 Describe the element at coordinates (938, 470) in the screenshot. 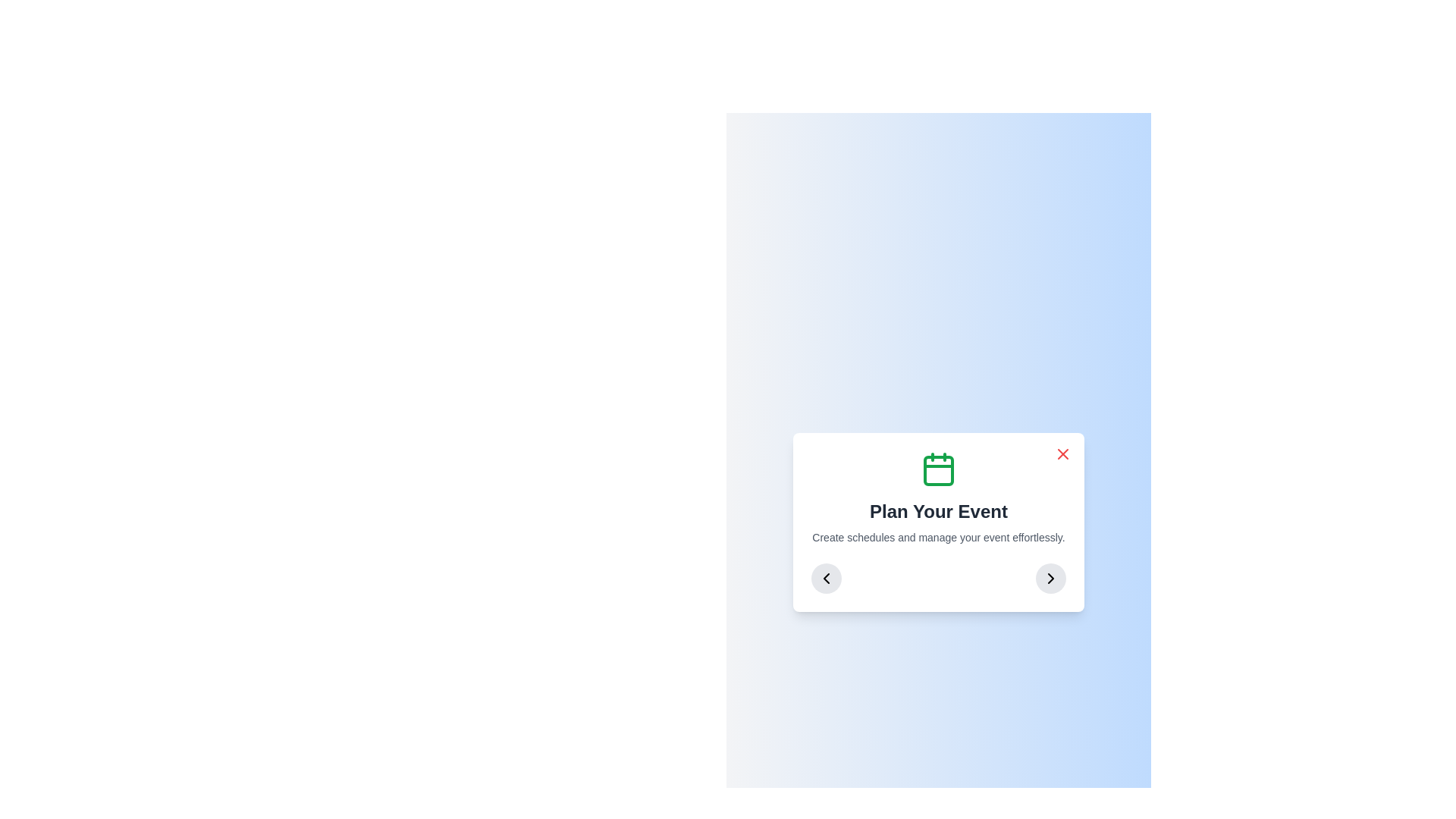

I see `the central area of the calendar icon, represented by the SVG rectangle, which visually depicts a date or event` at that location.